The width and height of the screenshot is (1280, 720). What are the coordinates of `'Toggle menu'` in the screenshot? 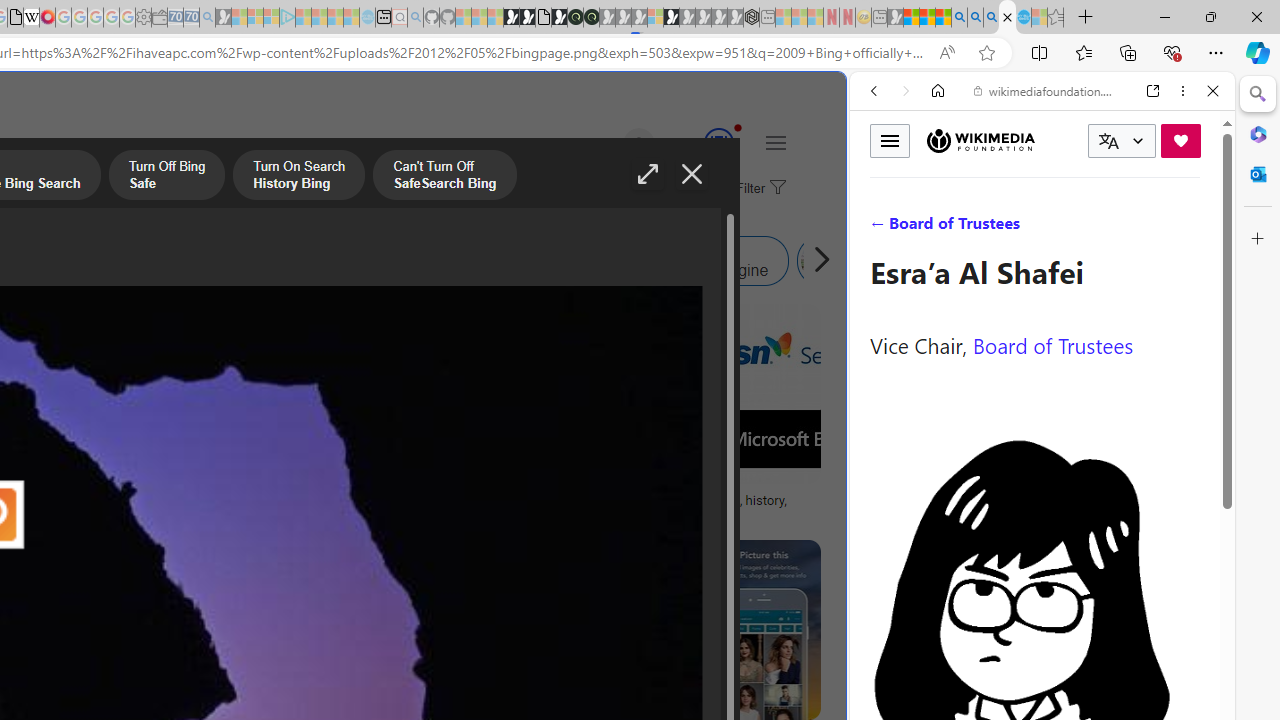 It's located at (889, 139).